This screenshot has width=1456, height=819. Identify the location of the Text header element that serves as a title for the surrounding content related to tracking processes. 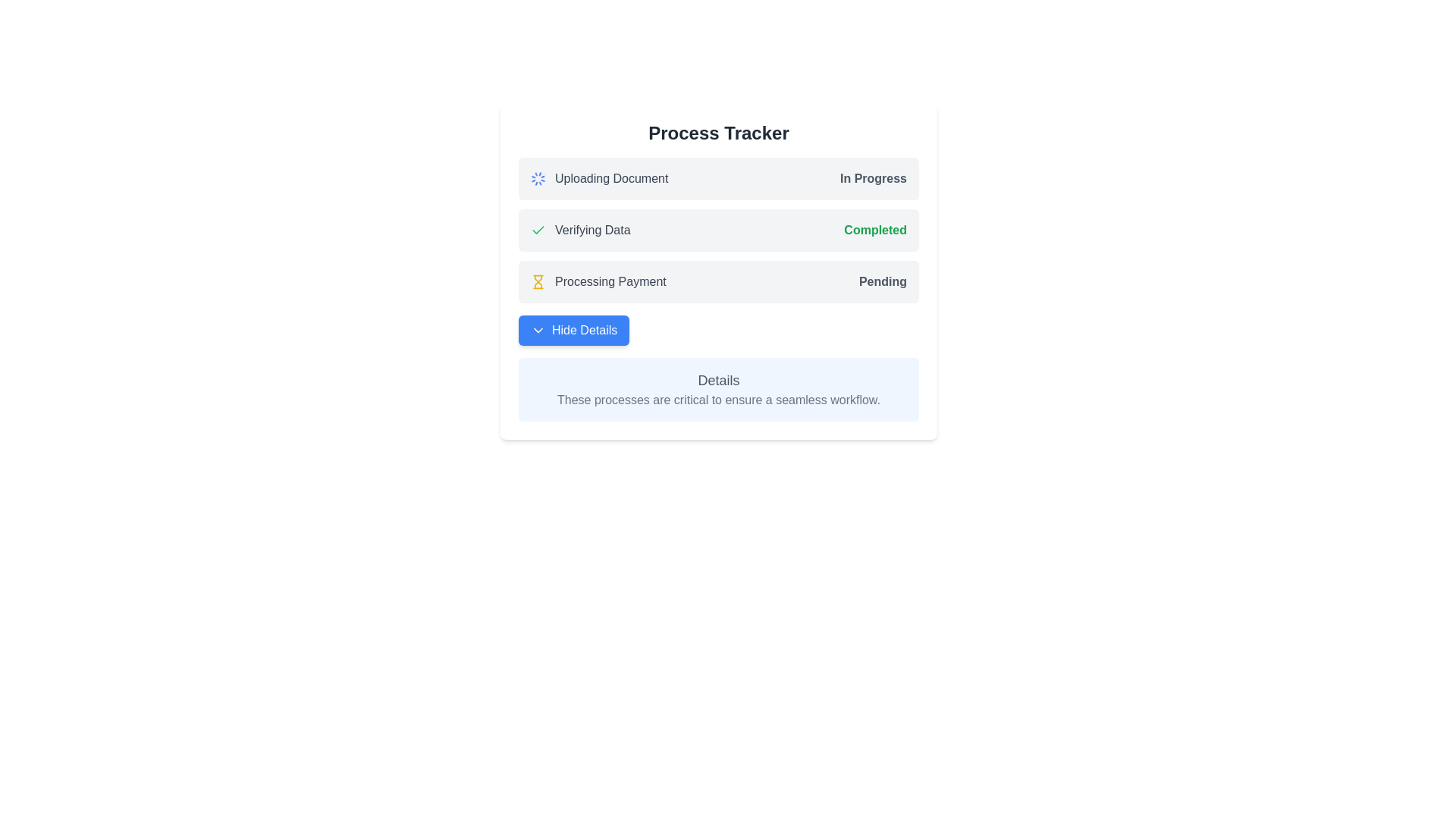
(718, 133).